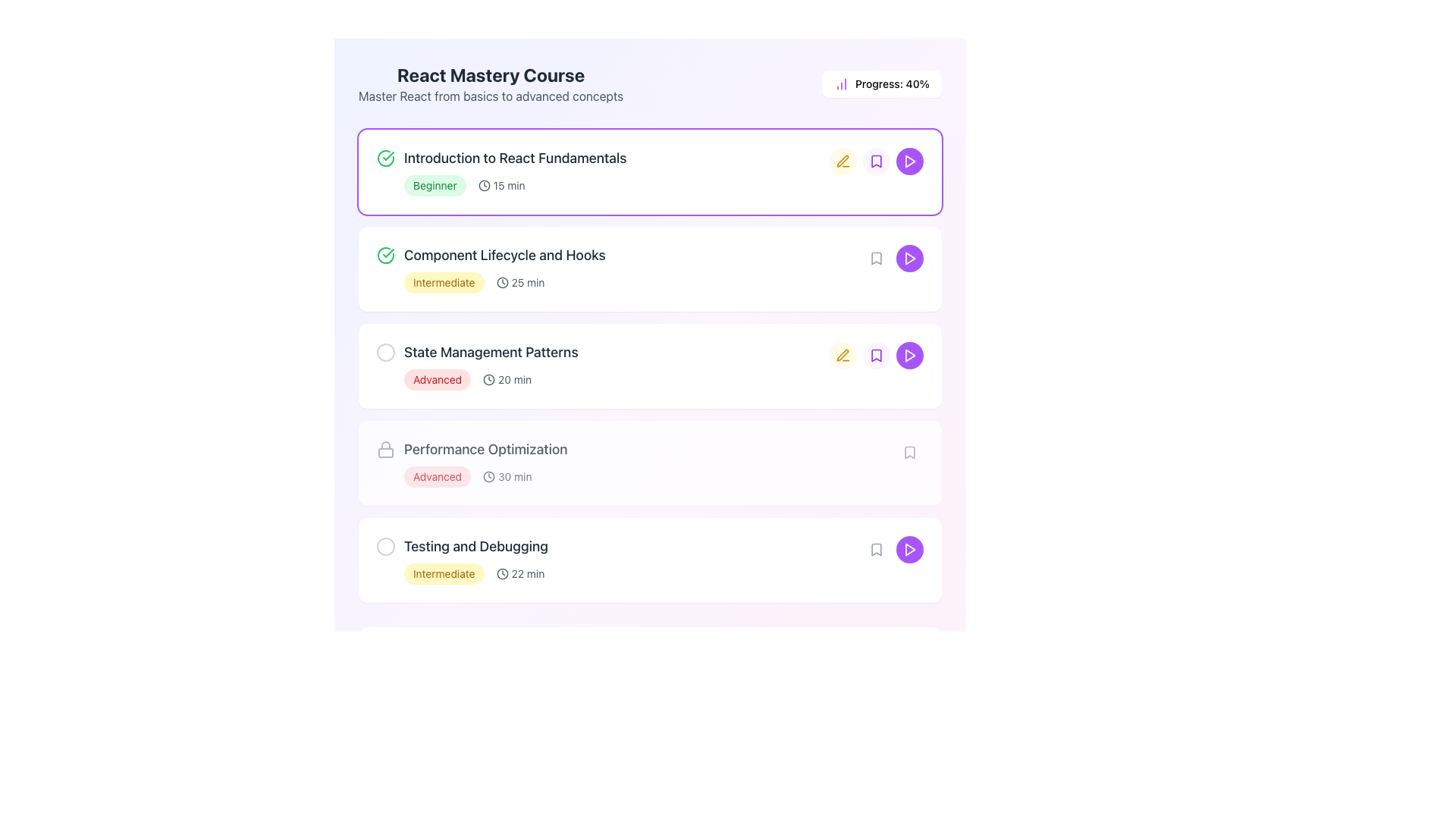 The image size is (1456, 819). I want to click on the pen icon used for editing, located next to the course title 'Introduction to React Fundamentals', so click(842, 355).